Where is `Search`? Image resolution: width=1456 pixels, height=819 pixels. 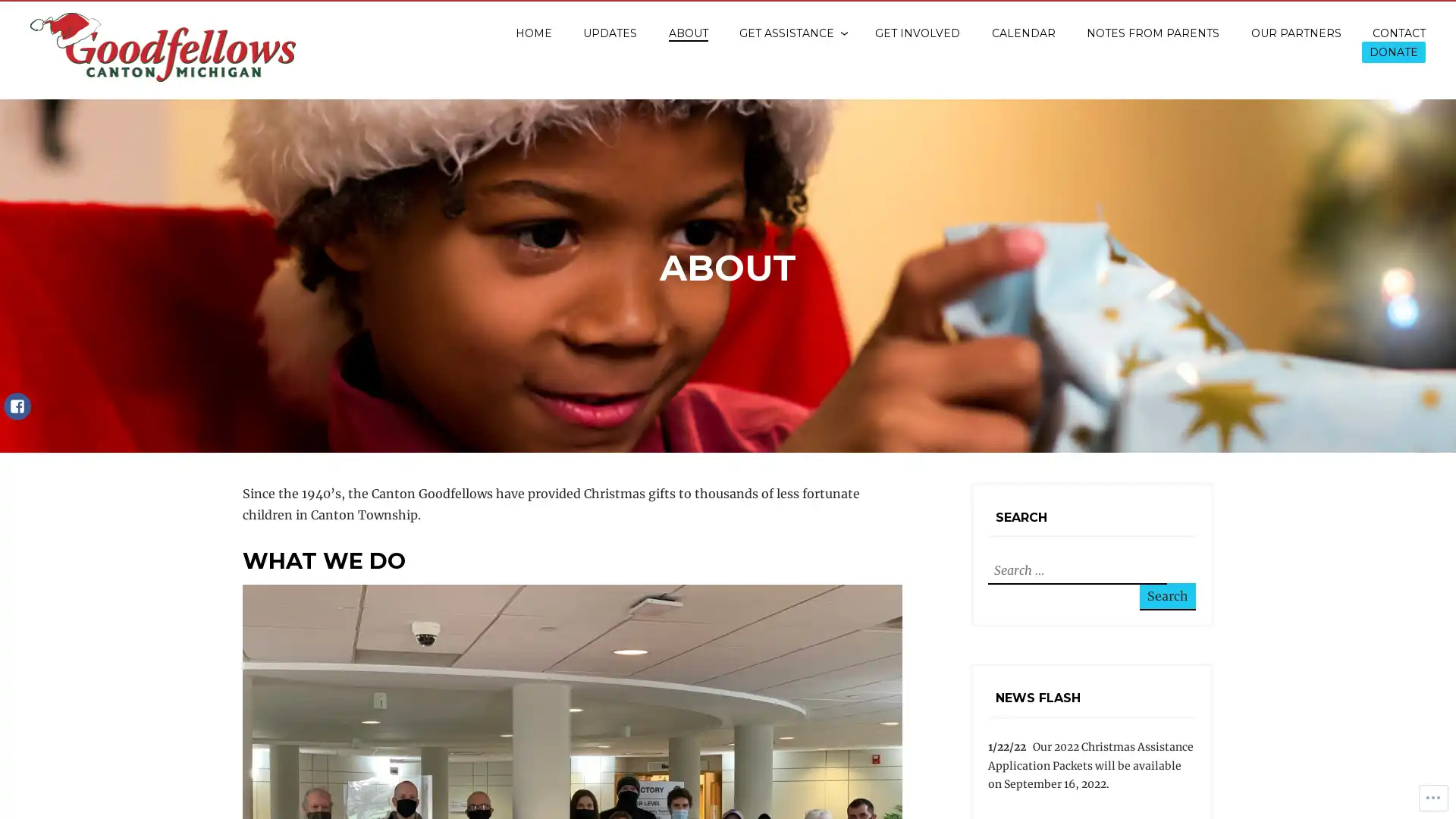 Search is located at coordinates (1167, 595).